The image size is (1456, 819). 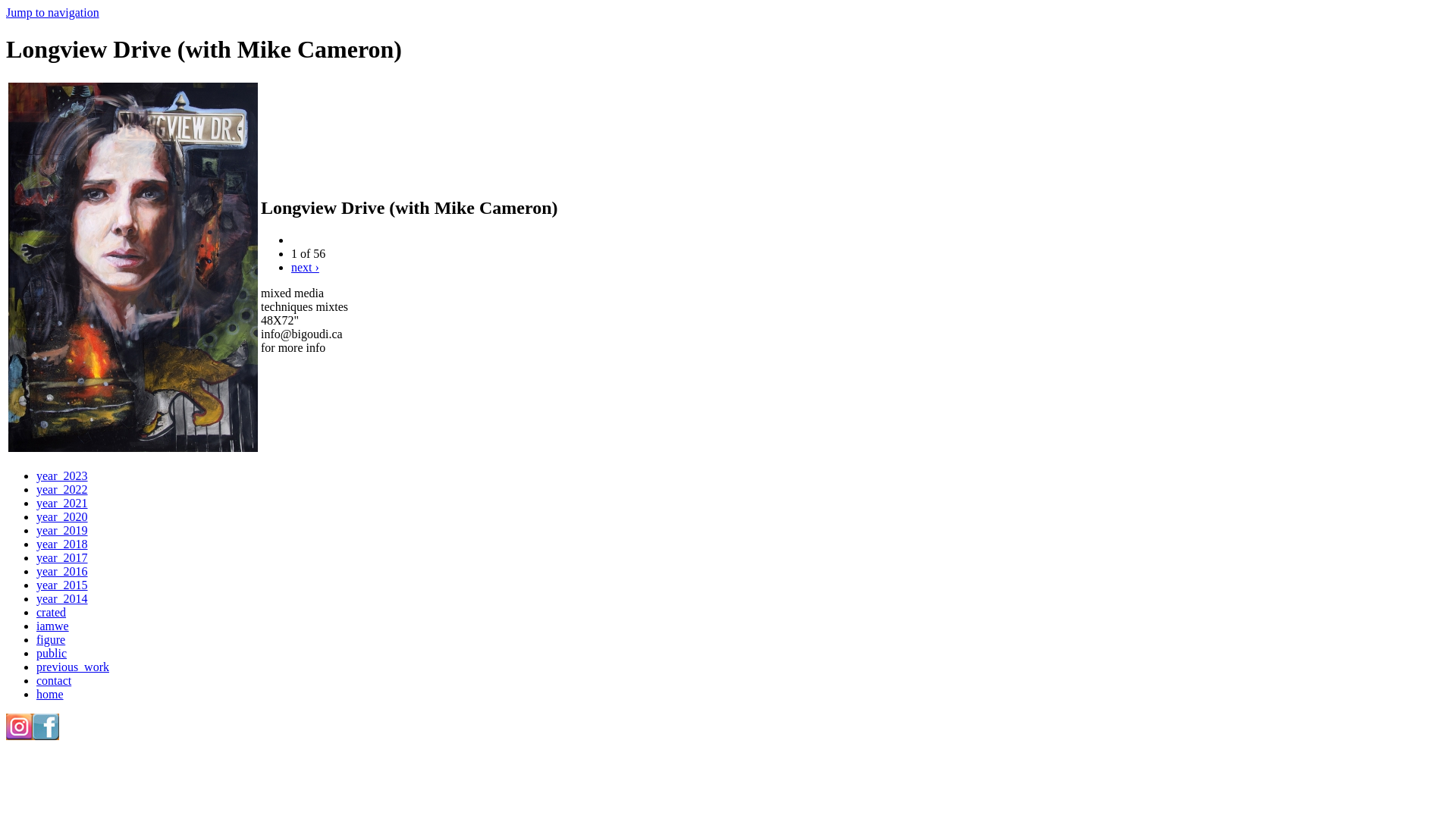 I want to click on 'year_2022', so click(x=61, y=489).